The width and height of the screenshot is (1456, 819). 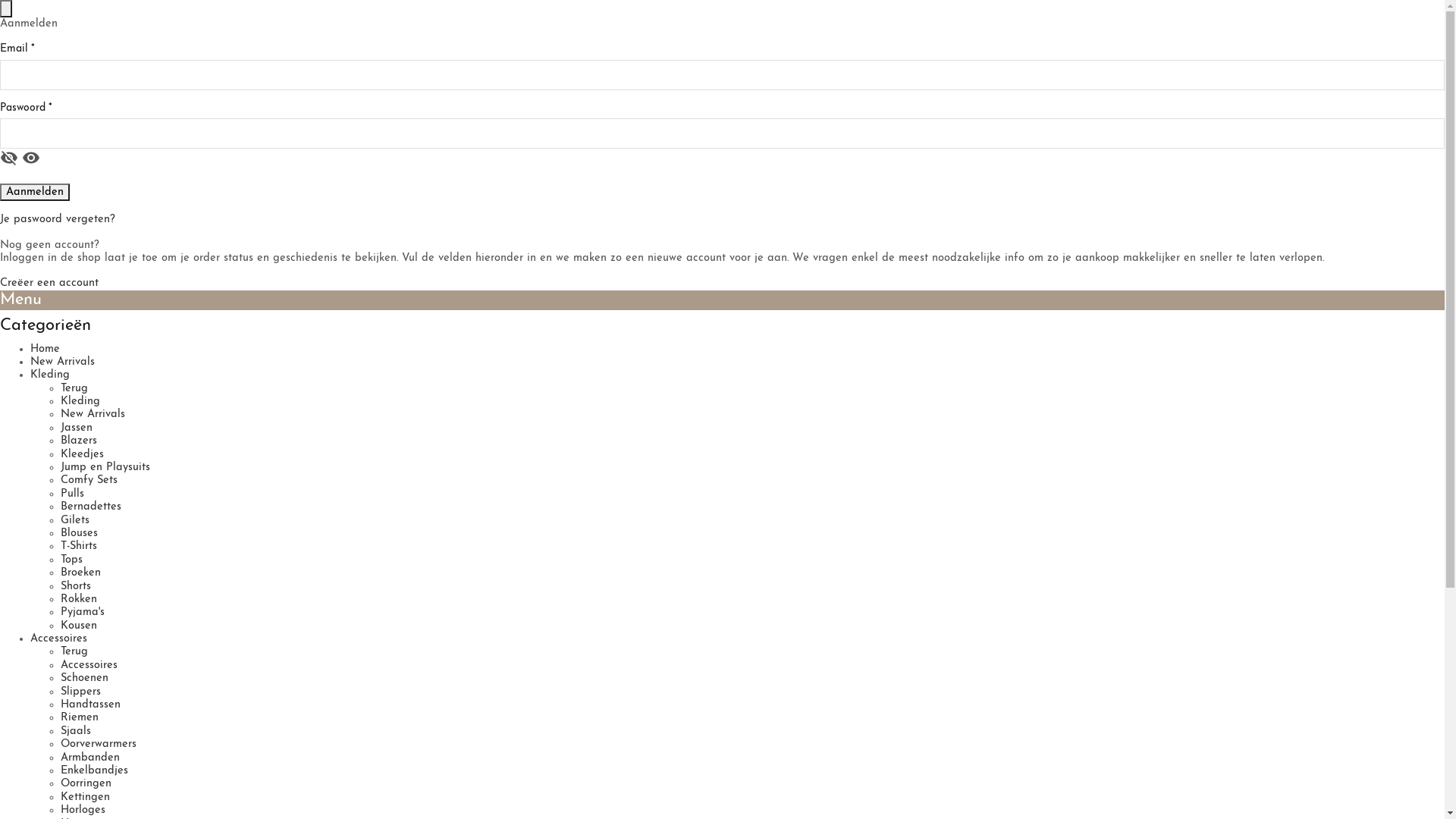 I want to click on 'Pyjama's', so click(x=82, y=611).